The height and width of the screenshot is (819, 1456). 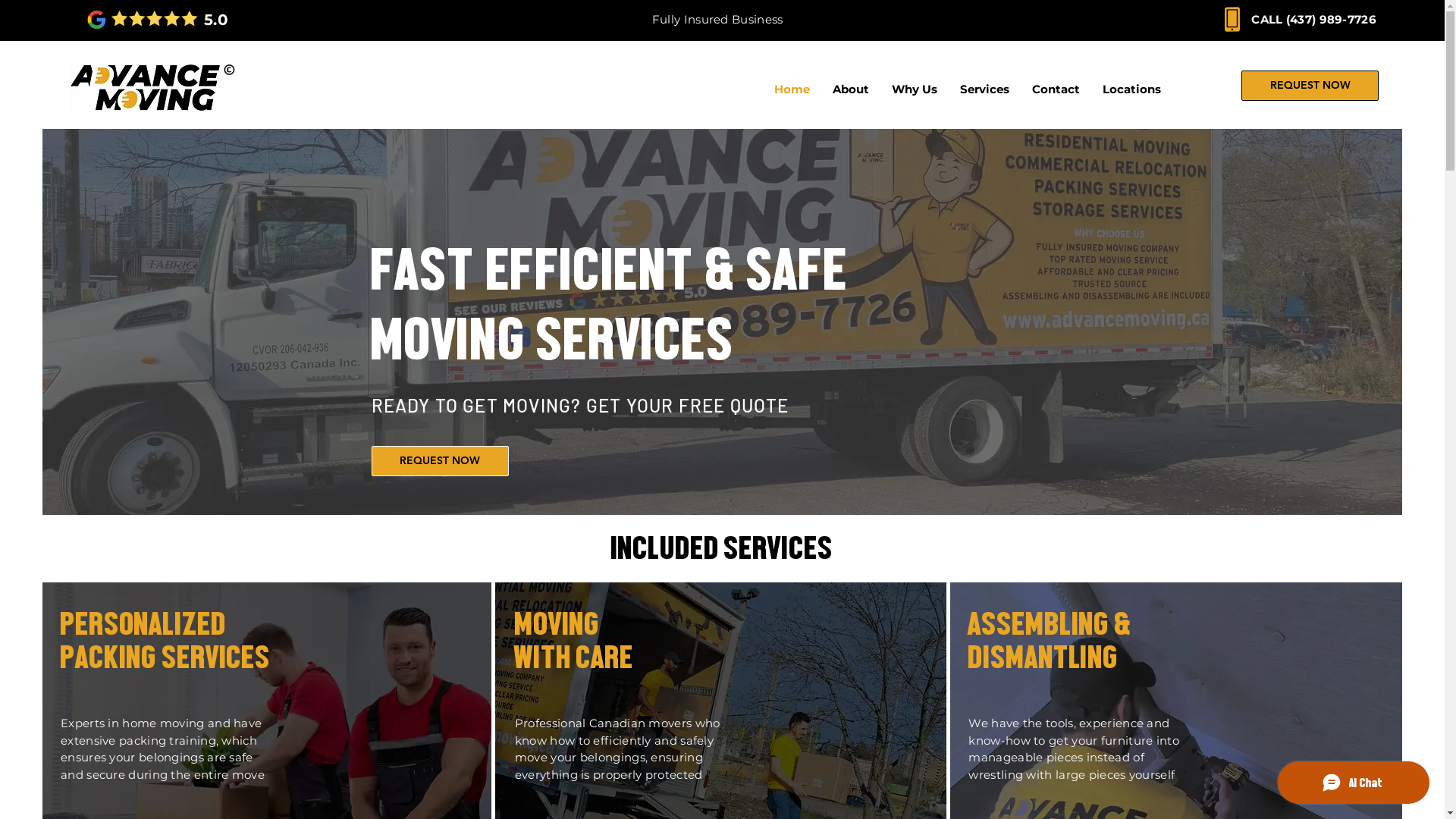 What do you see at coordinates (1241, 85) in the screenshot?
I see `'REQUEST NOW'` at bounding box center [1241, 85].